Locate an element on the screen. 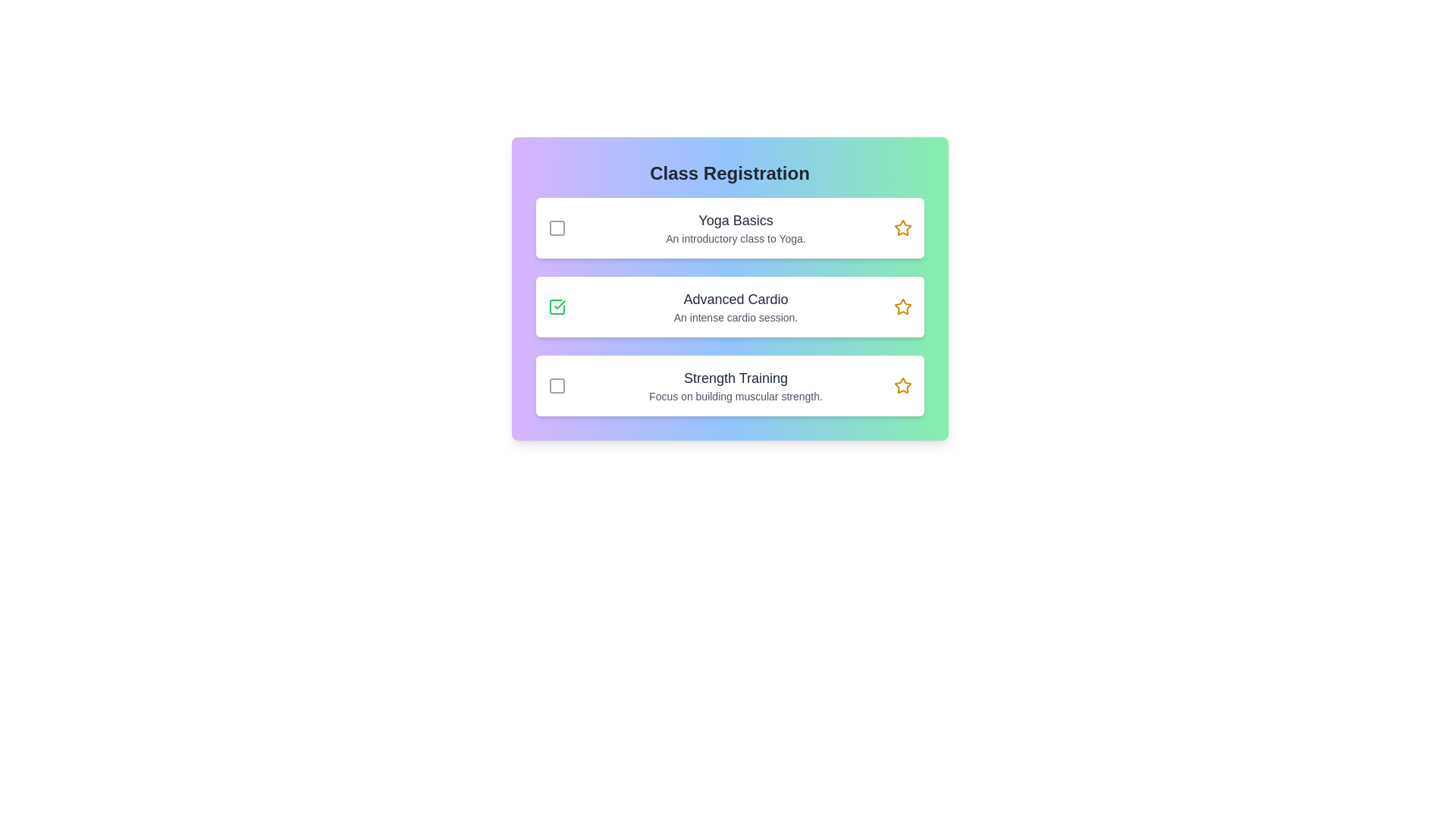 This screenshot has height=819, width=1456. the star icon to bookmark the class Advanced Cardio is located at coordinates (902, 307).